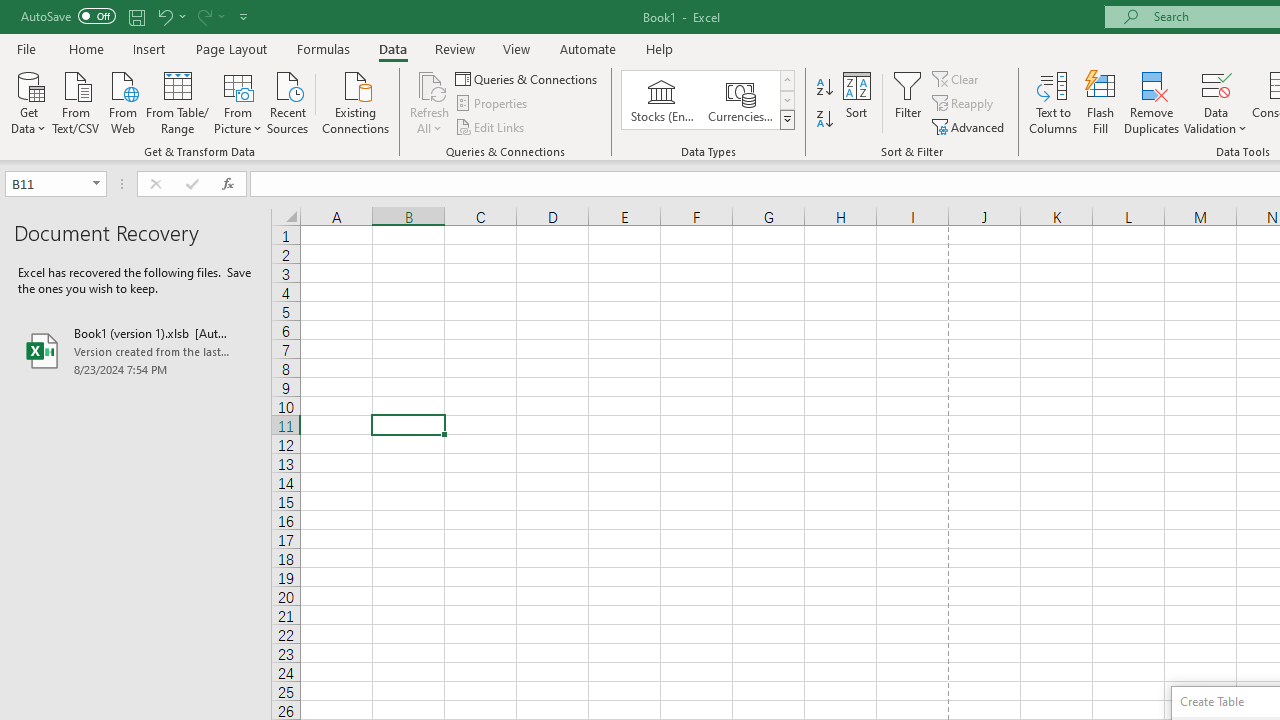 Image resolution: width=1280 pixels, height=720 pixels. I want to click on 'Text to Columns...', so click(1052, 103).